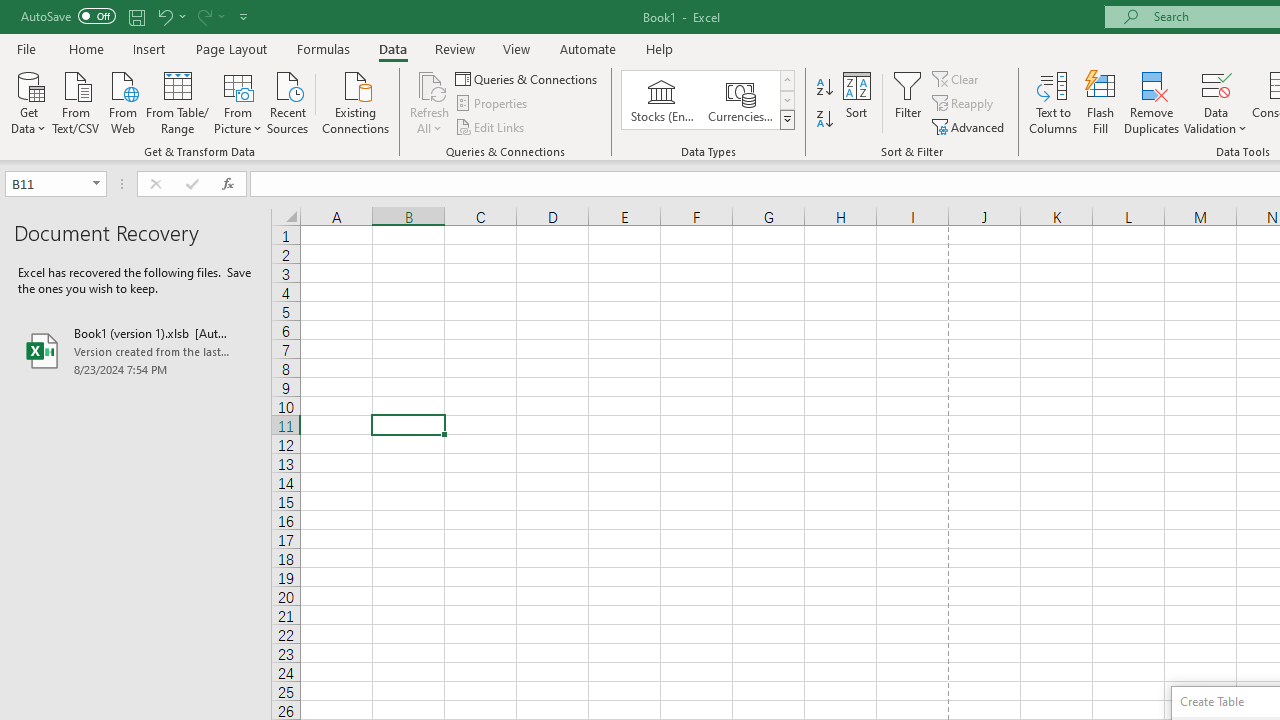 Image resolution: width=1280 pixels, height=720 pixels. I want to click on 'Text to Columns...', so click(1052, 103).